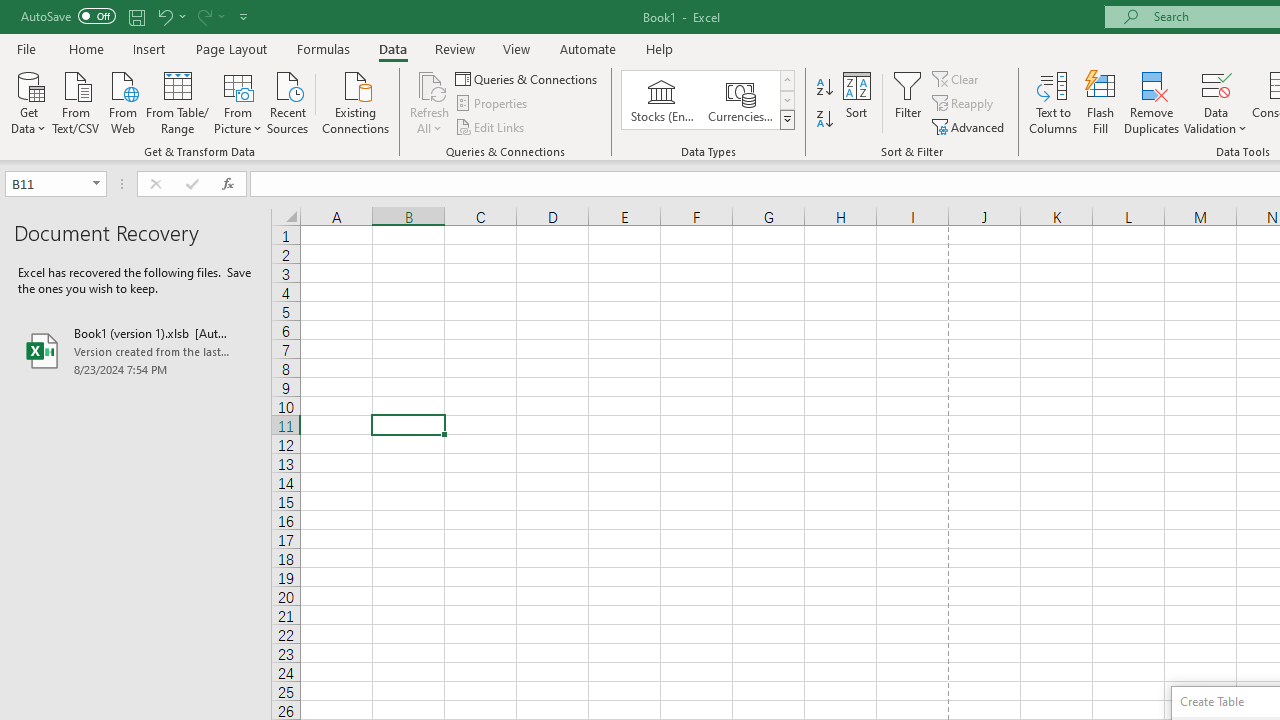 Image resolution: width=1280 pixels, height=720 pixels. I want to click on 'Text to Columns...', so click(1052, 103).